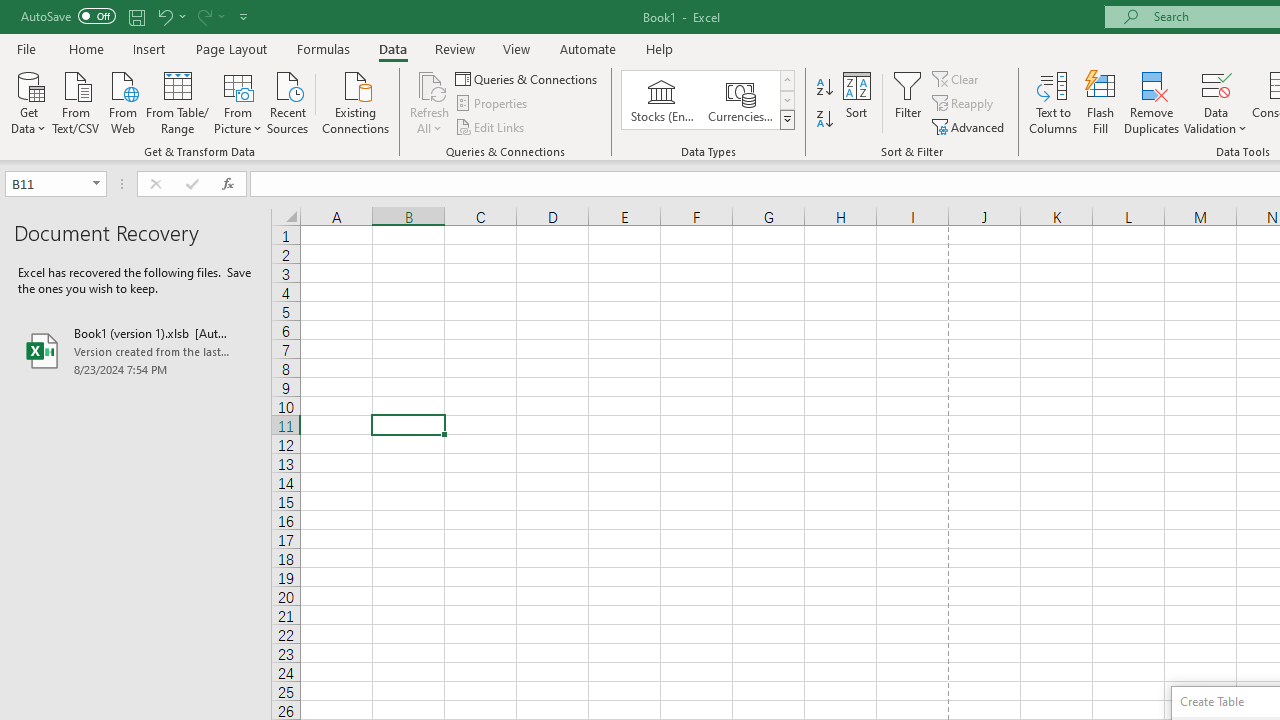 Image resolution: width=1280 pixels, height=720 pixels. I want to click on 'Text to Columns...', so click(1052, 103).